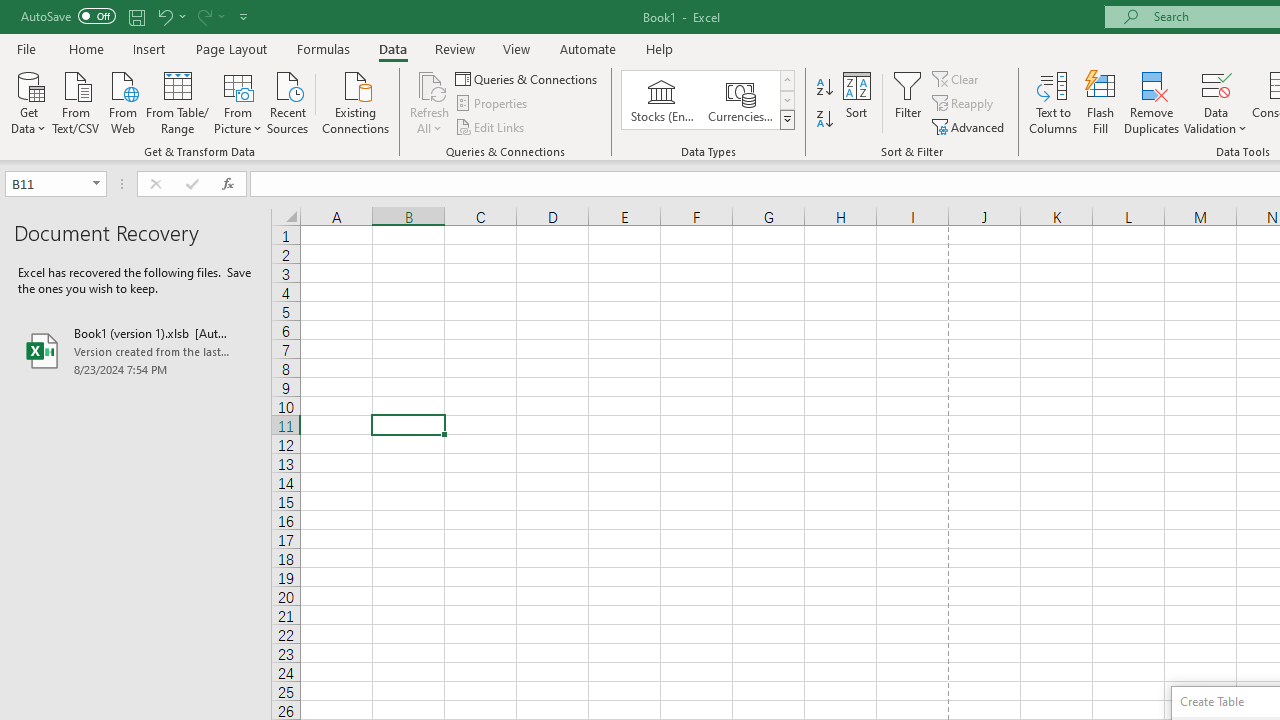 Image resolution: width=1280 pixels, height=720 pixels. I want to click on 'Text to Columns...', so click(1052, 103).